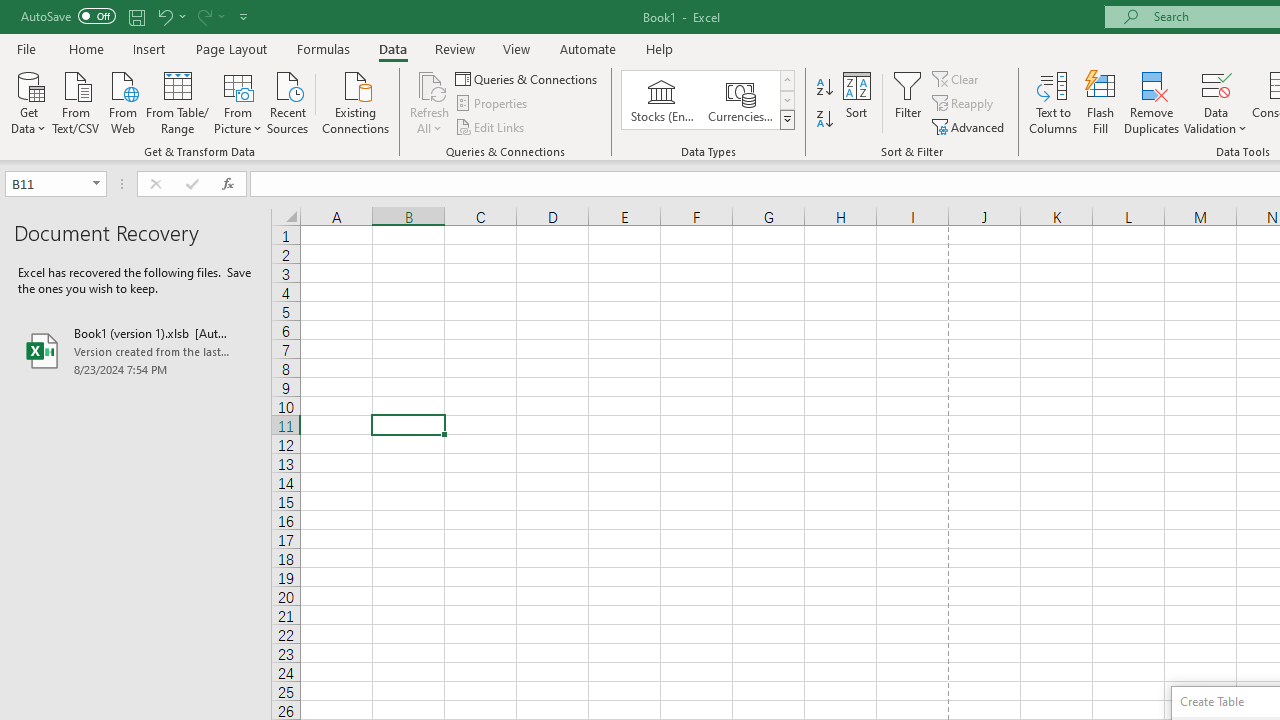 Image resolution: width=1280 pixels, height=720 pixels. I want to click on 'Text to Columns...', so click(1052, 103).